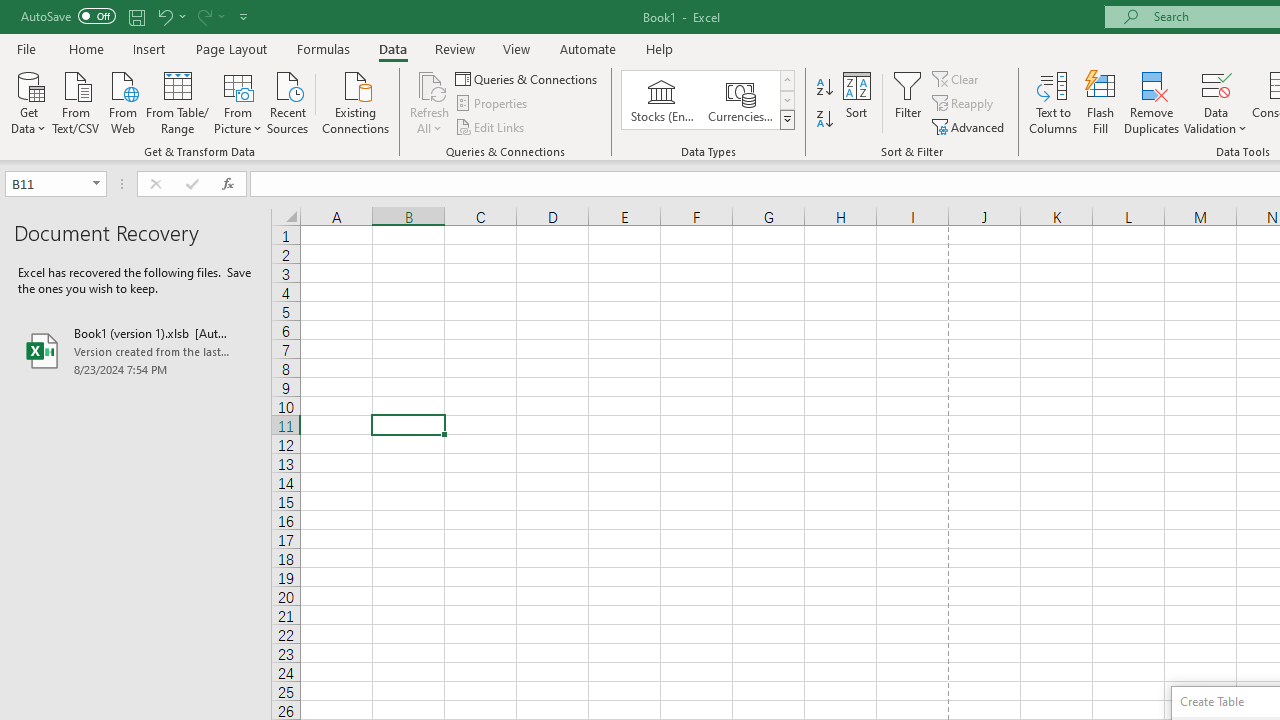 Image resolution: width=1280 pixels, height=720 pixels. I want to click on 'Text to Columns...', so click(1052, 103).